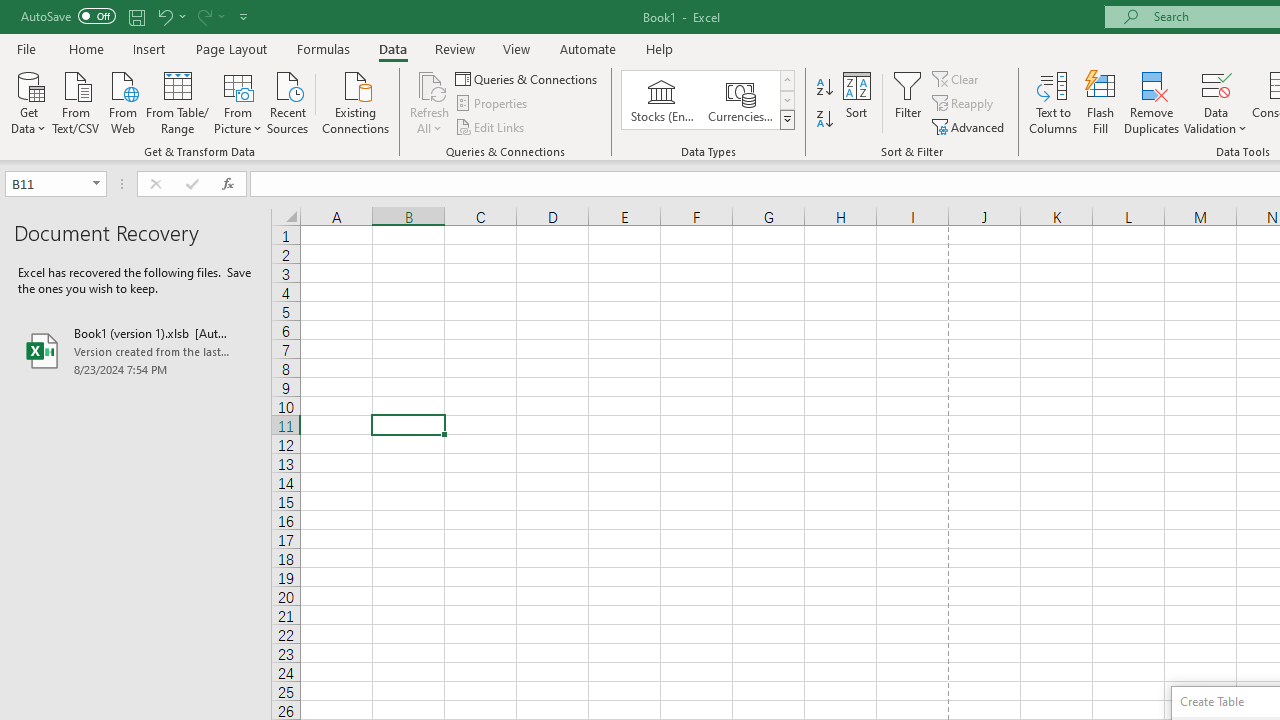 Image resolution: width=1280 pixels, height=720 pixels. I want to click on 'Text to Columns...', so click(1052, 103).